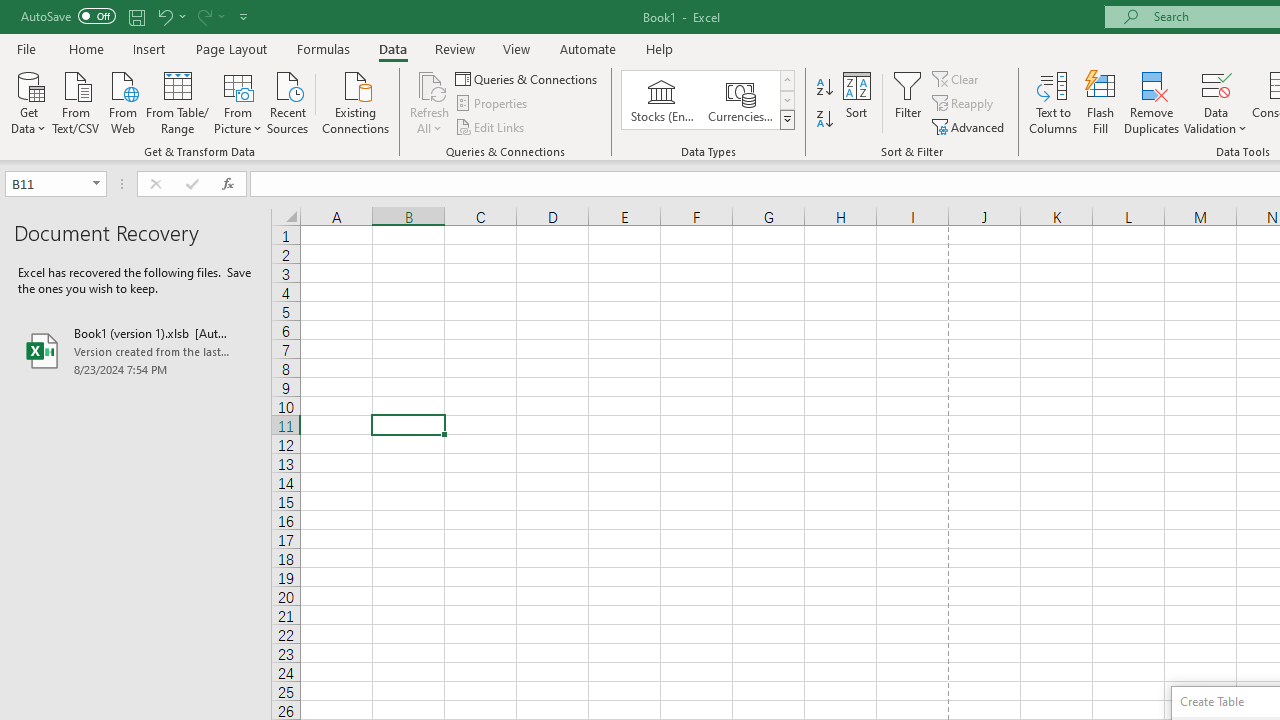 Image resolution: width=1280 pixels, height=720 pixels. I want to click on 'Text to Columns...', so click(1052, 103).